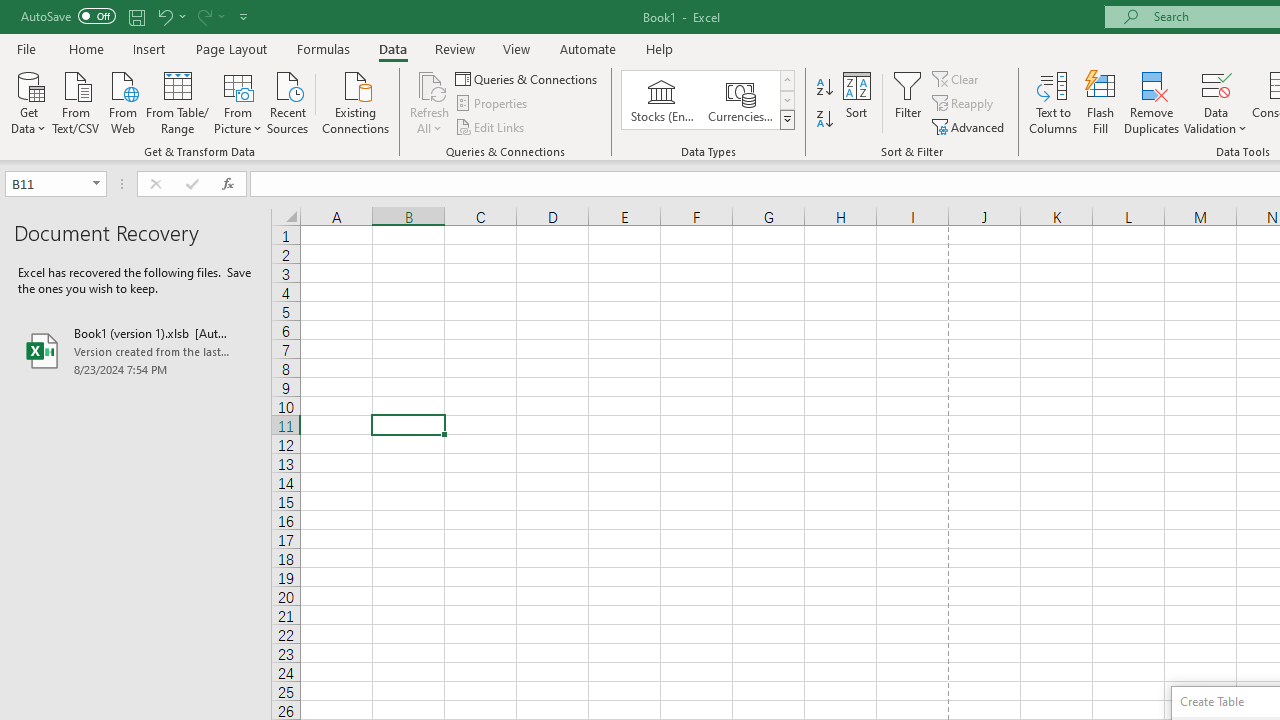 Image resolution: width=1280 pixels, height=720 pixels. I want to click on 'Text to Columns...', so click(1052, 103).